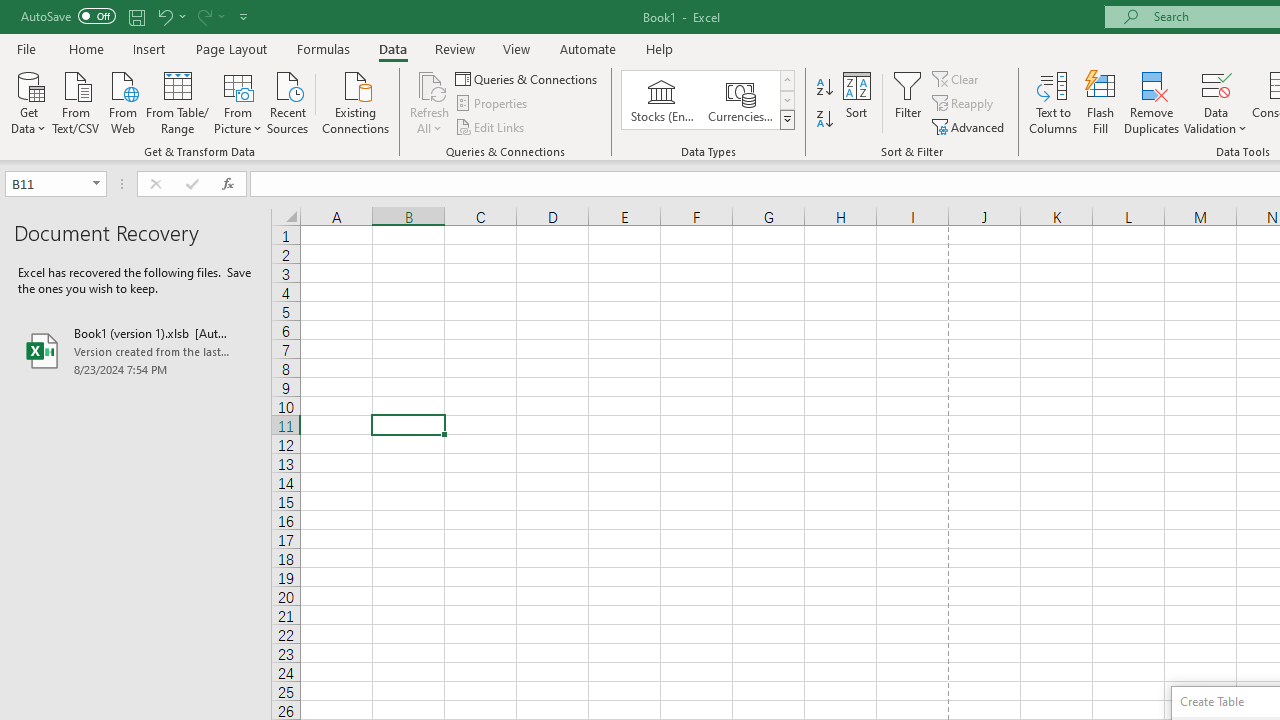 Image resolution: width=1280 pixels, height=720 pixels. I want to click on 'Text to Columns...', so click(1052, 103).